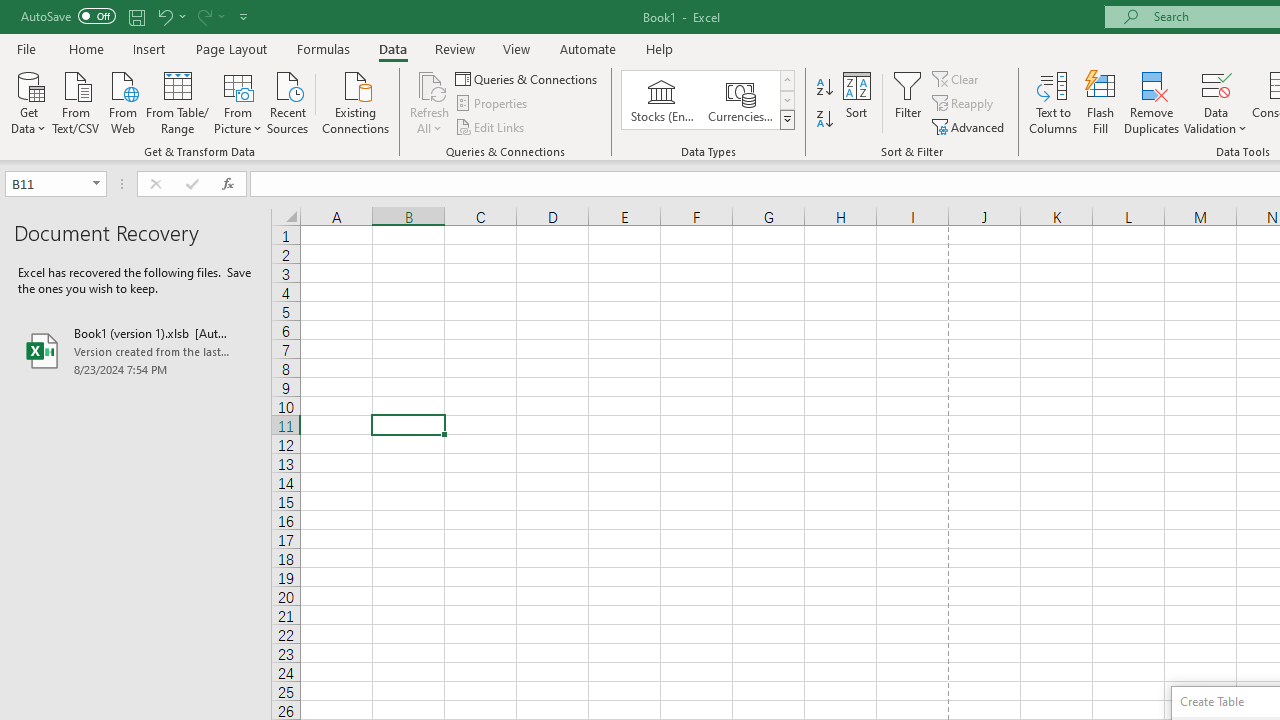 Image resolution: width=1280 pixels, height=720 pixels. I want to click on 'Text to Columns...', so click(1052, 103).